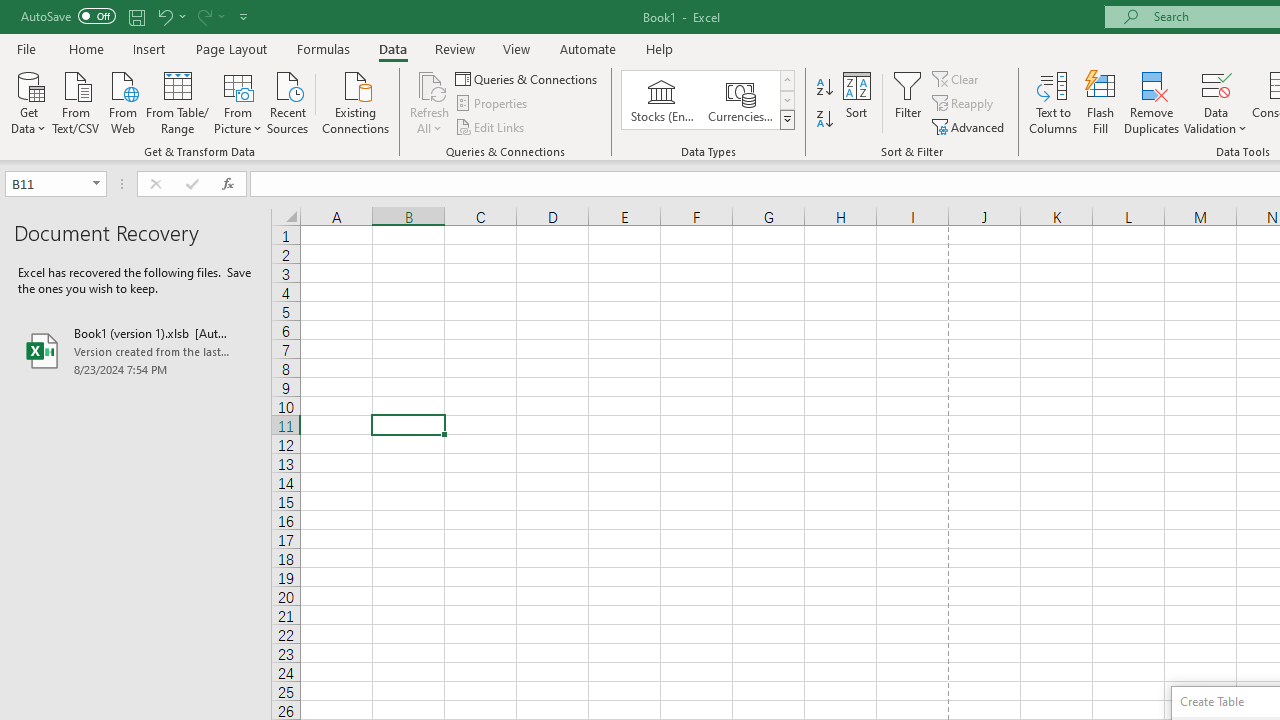 Image resolution: width=1280 pixels, height=720 pixels. I want to click on 'Text to Columns...', so click(1052, 103).